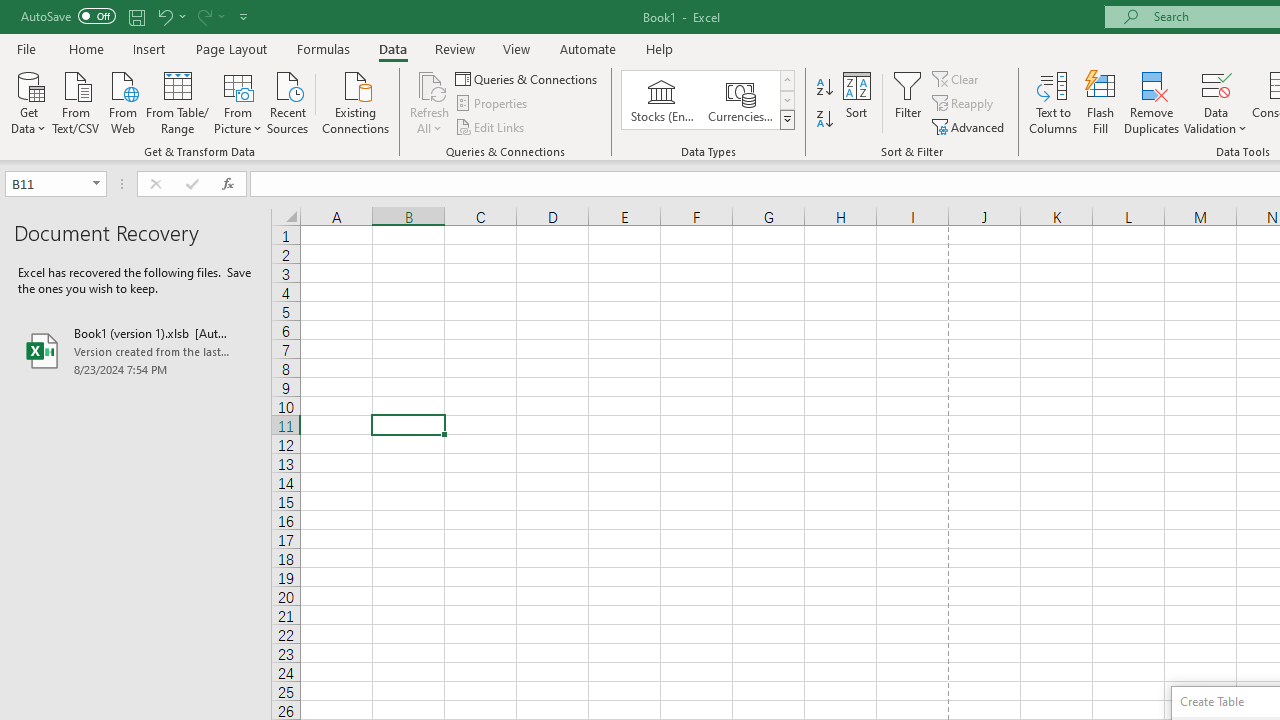 Image resolution: width=1280 pixels, height=720 pixels. I want to click on 'Text to Columns...', so click(1052, 103).